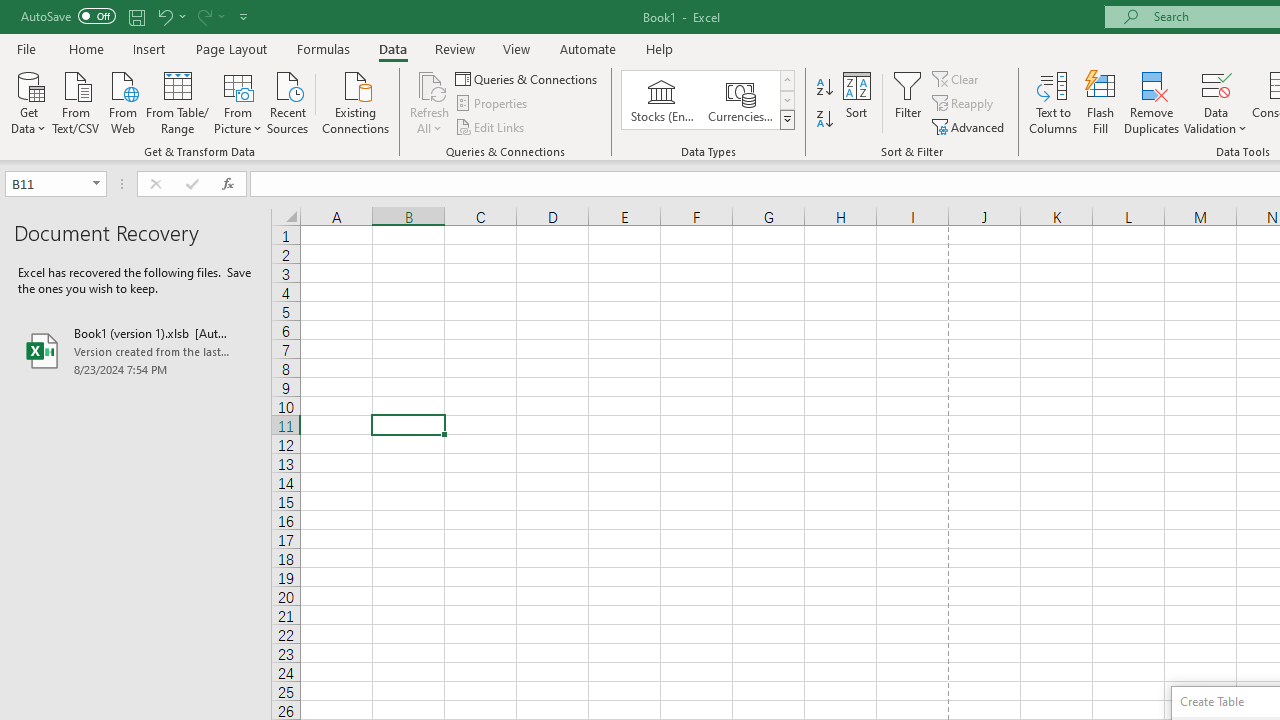 Image resolution: width=1280 pixels, height=720 pixels. I want to click on 'Text to Columns...', so click(1052, 103).